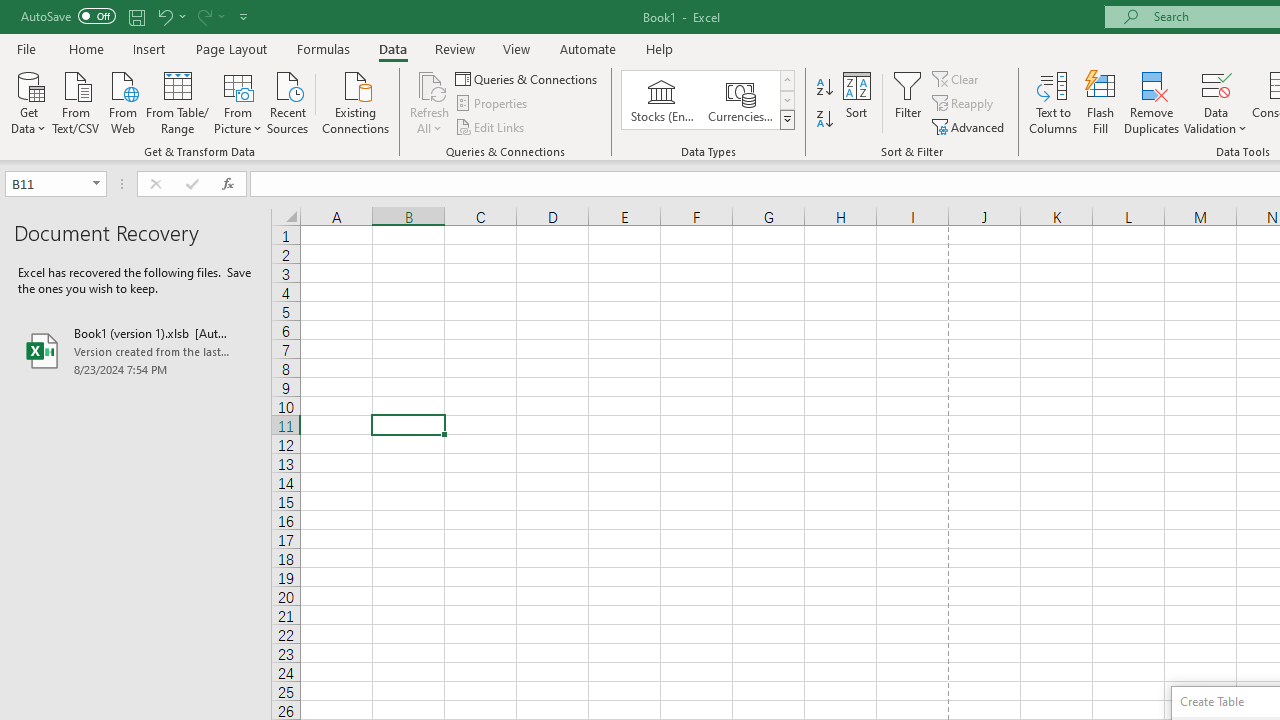 Image resolution: width=1280 pixels, height=720 pixels. I want to click on 'Text to Columns...', so click(1052, 103).